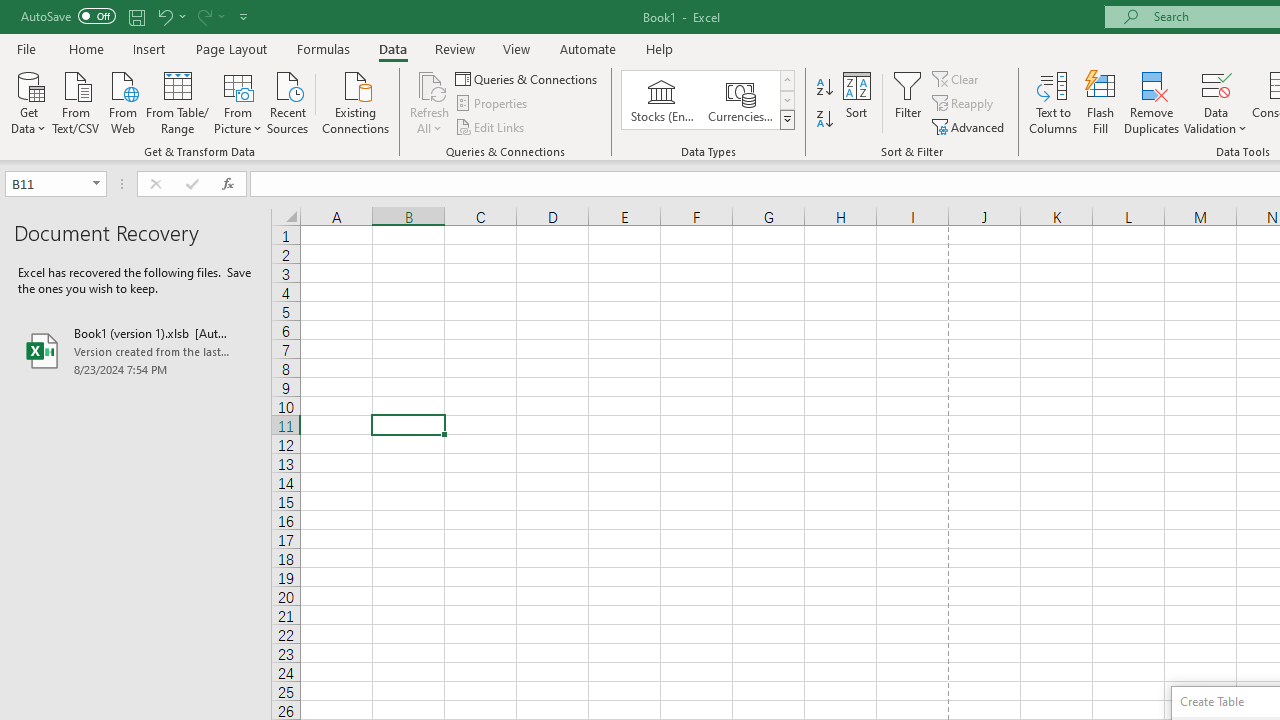 Image resolution: width=1280 pixels, height=720 pixels. I want to click on 'Text to Columns...', so click(1052, 103).